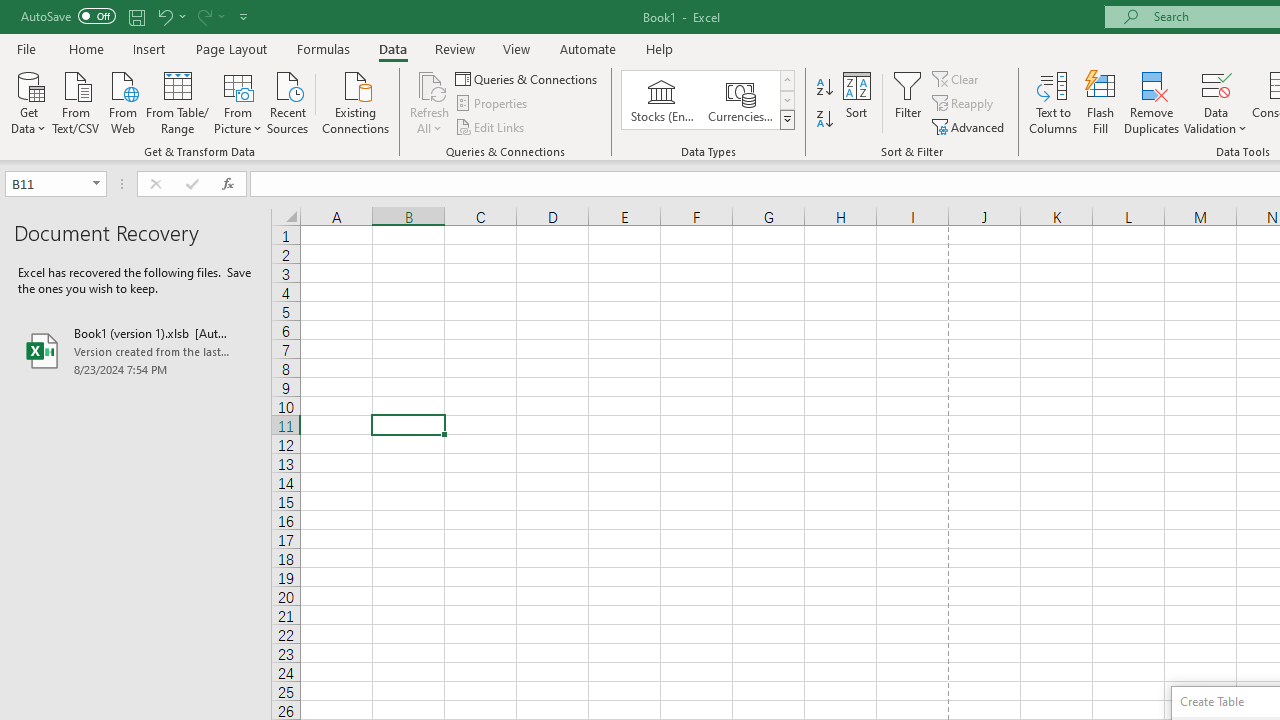 Image resolution: width=1280 pixels, height=720 pixels. I want to click on 'Text to Columns...', so click(1052, 103).